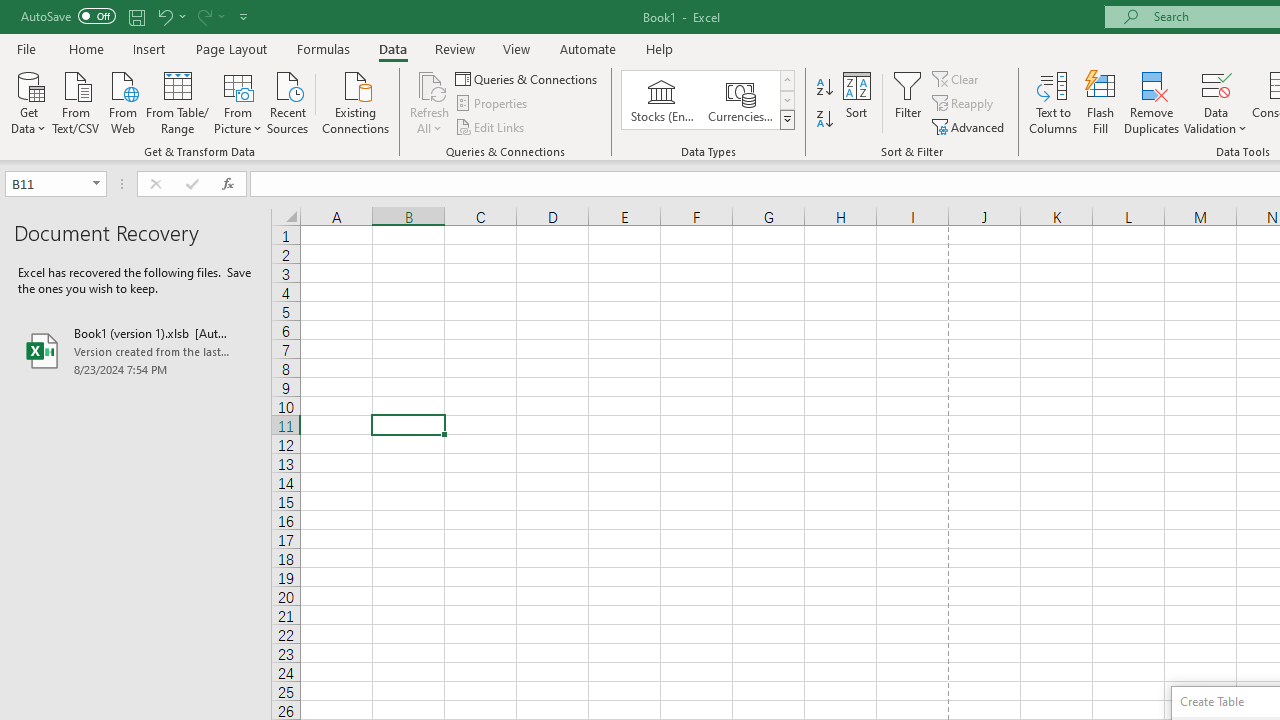 Image resolution: width=1280 pixels, height=720 pixels. I want to click on 'Text to Columns...', so click(1052, 103).